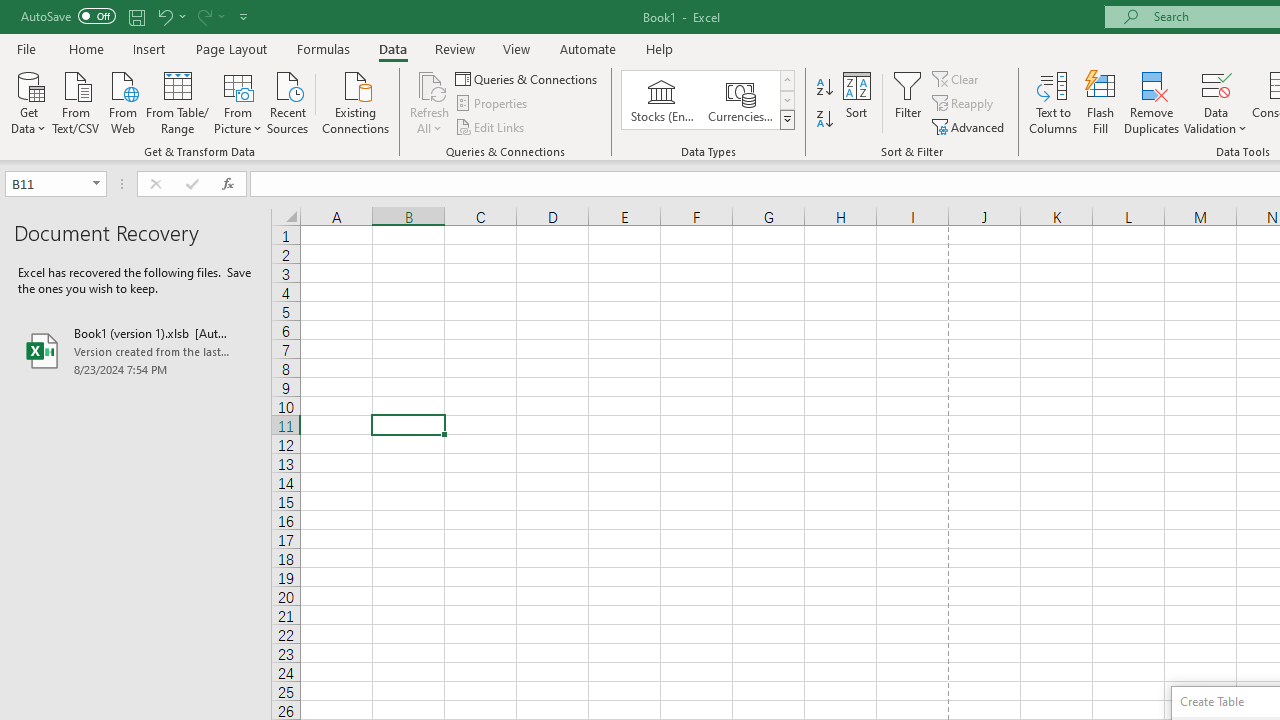 Image resolution: width=1280 pixels, height=720 pixels. I want to click on 'Text to Columns...', so click(1052, 103).